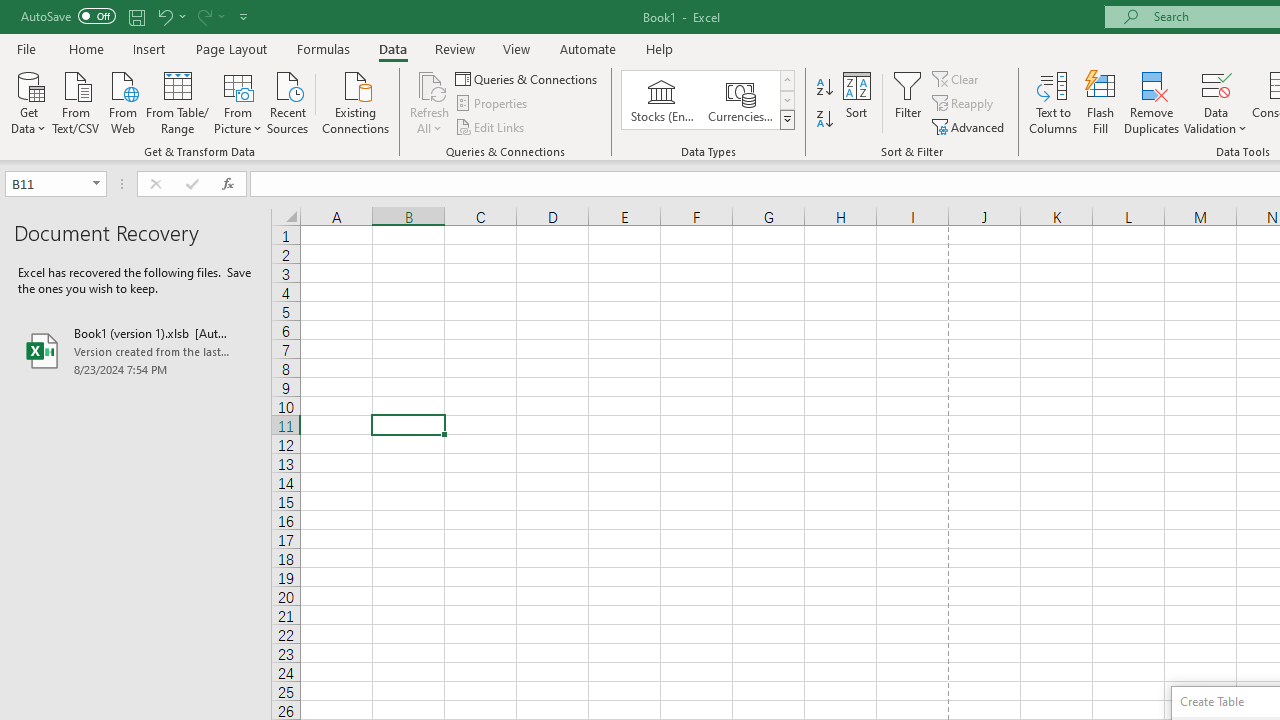 Image resolution: width=1280 pixels, height=720 pixels. I want to click on 'Text to Columns...', so click(1052, 103).